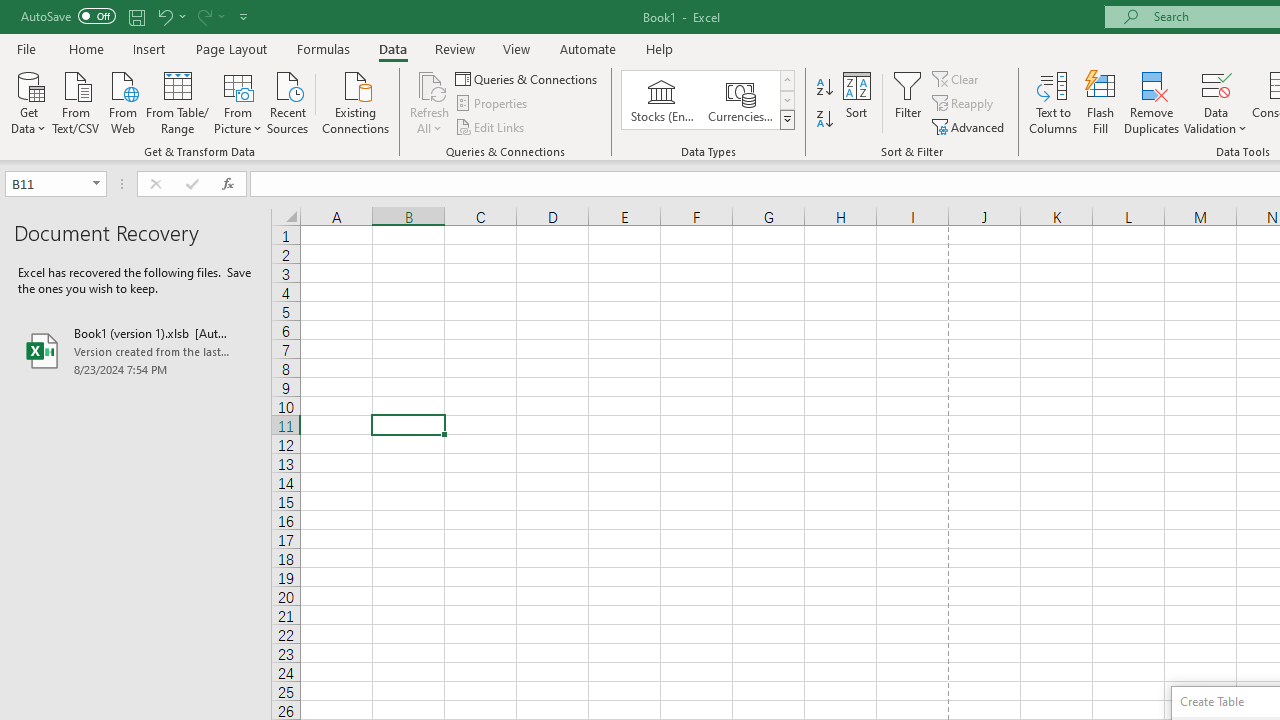 Image resolution: width=1280 pixels, height=720 pixels. I want to click on 'Text to Columns...', so click(1052, 103).